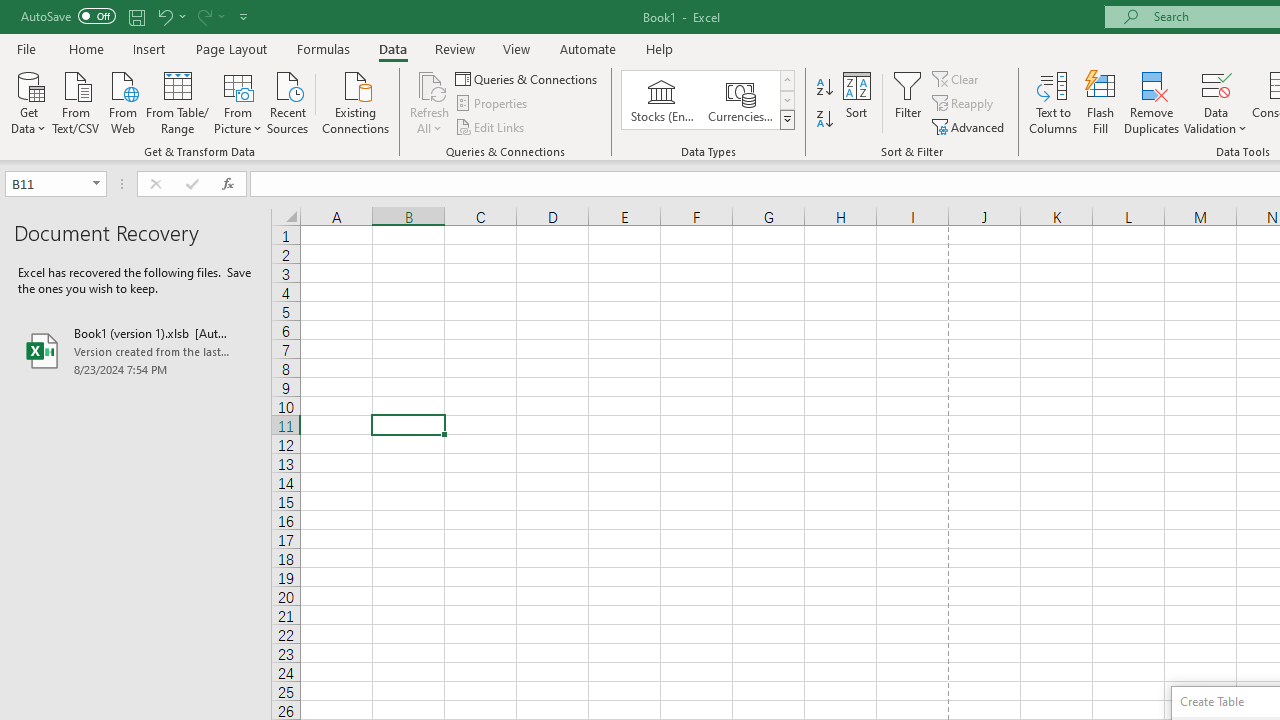 Image resolution: width=1280 pixels, height=720 pixels. I want to click on 'Text to Columns...', so click(1052, 103).